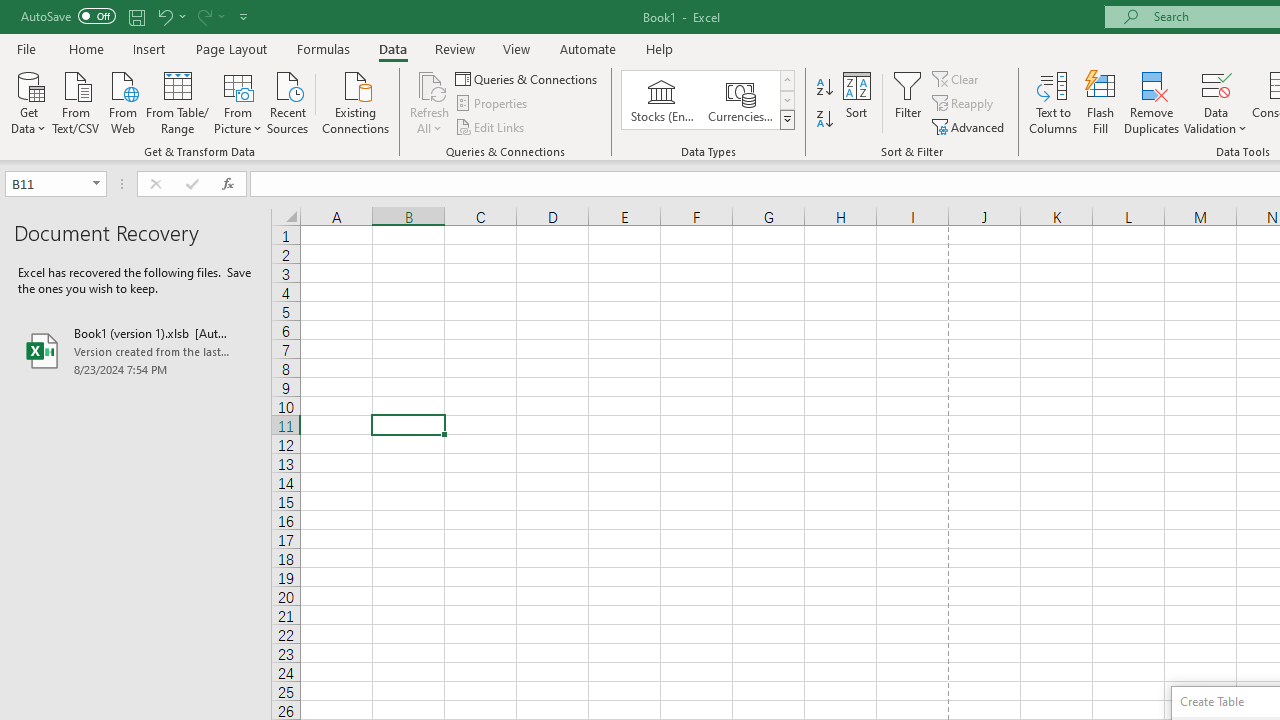 Image resolution: width=1280 pixels, height=720 pixels. I want to click on 'Text to Columns...', so click(1052, 103).